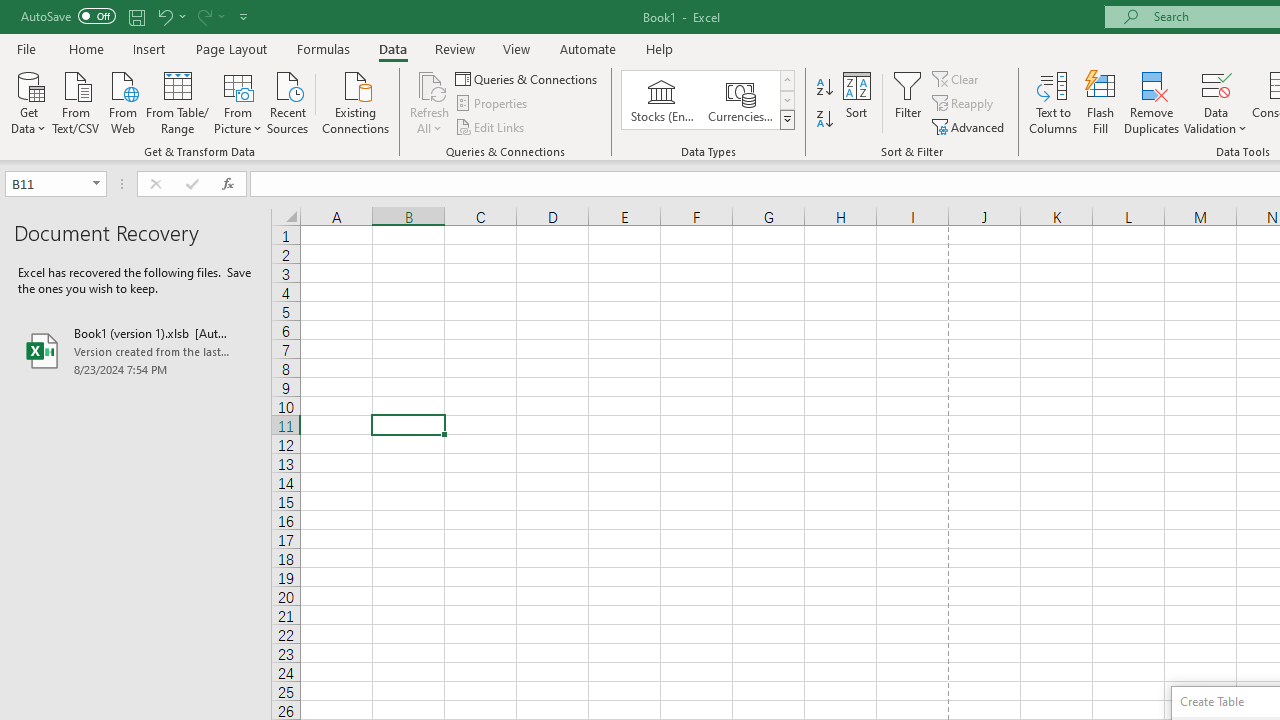 Image resolution: width=1280 pixels, height=720 pixels. I want to click on 'Text to Columns...', so click(1052, 103).